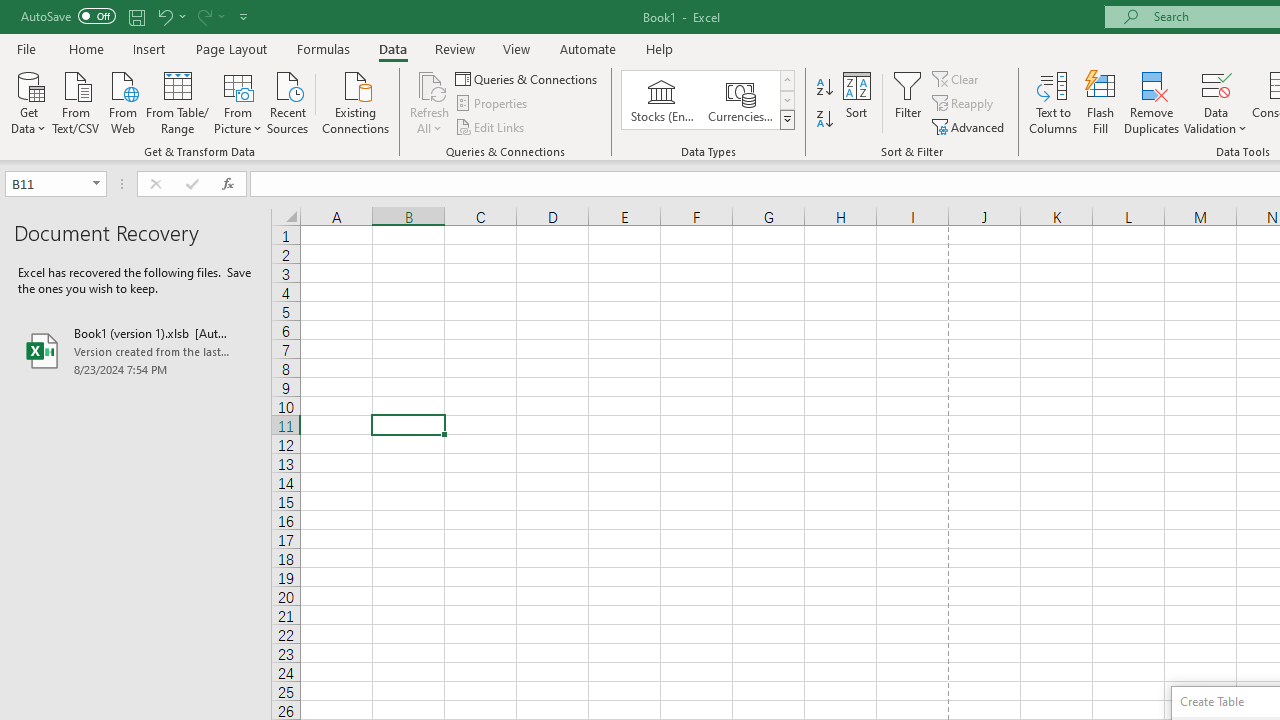 Image resolution: width=1280 pixels, height=720 pixels. I want to click on 'Text to Columns...', so click(1052, 103).